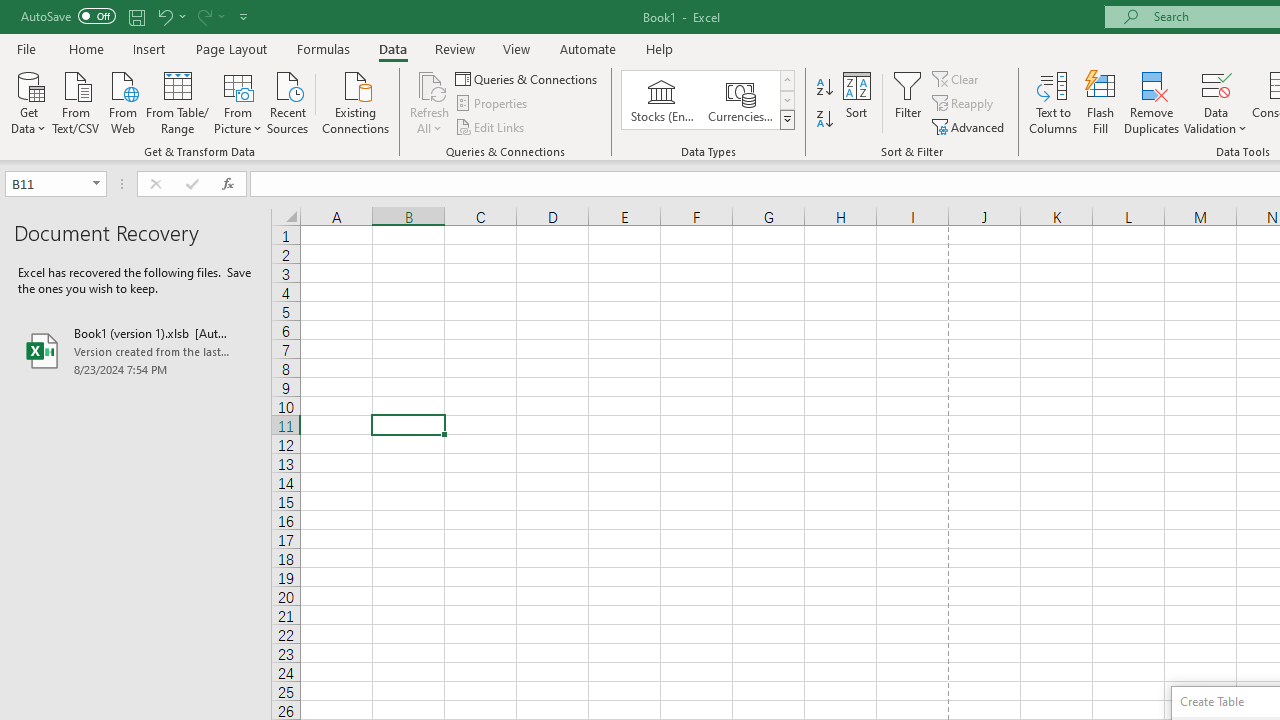 Image resolution: width=1280 pixels, height=720 pixels. I want to click on 'Text to Columns...', so click(1052, 103).